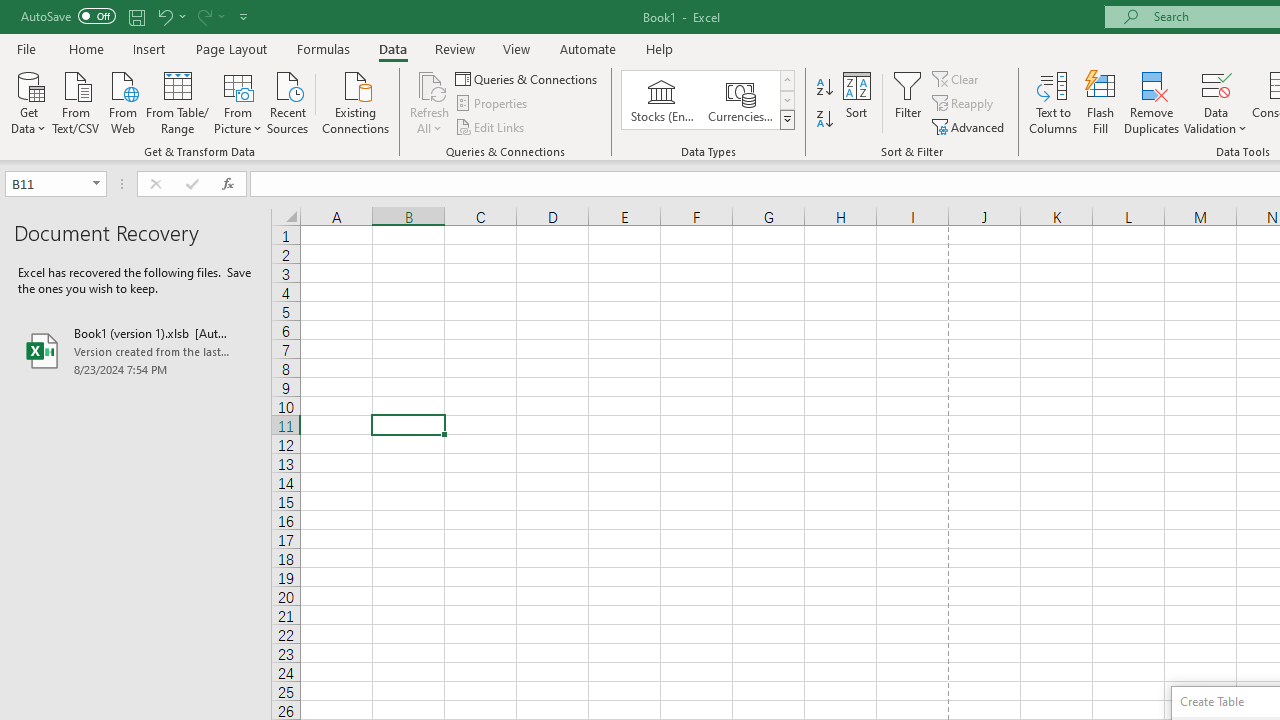 Image resolution: width=1280 pixels, height=720 pixels. I want to click on 'Text to Columns...', so click(1052, 103).